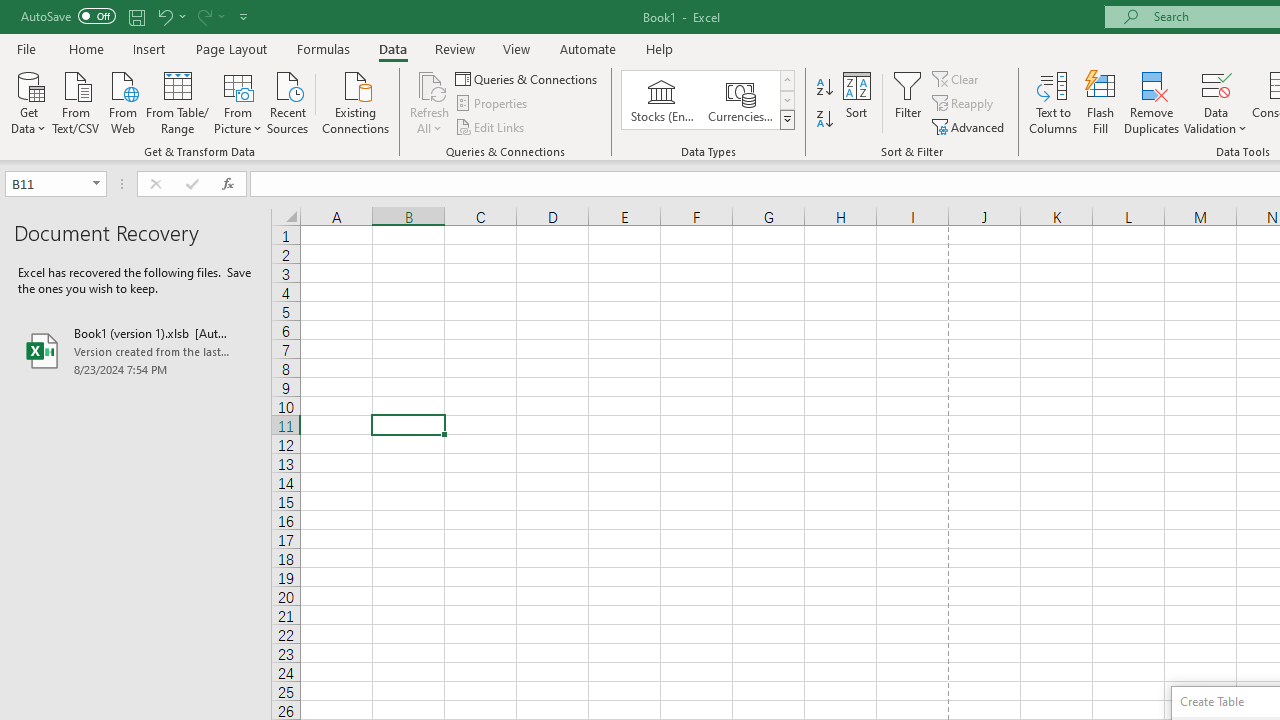 Image resolution: width=1280 pixels, height=720 pixels. I want to click on 'Text to Columns...', so click(1052, 103).